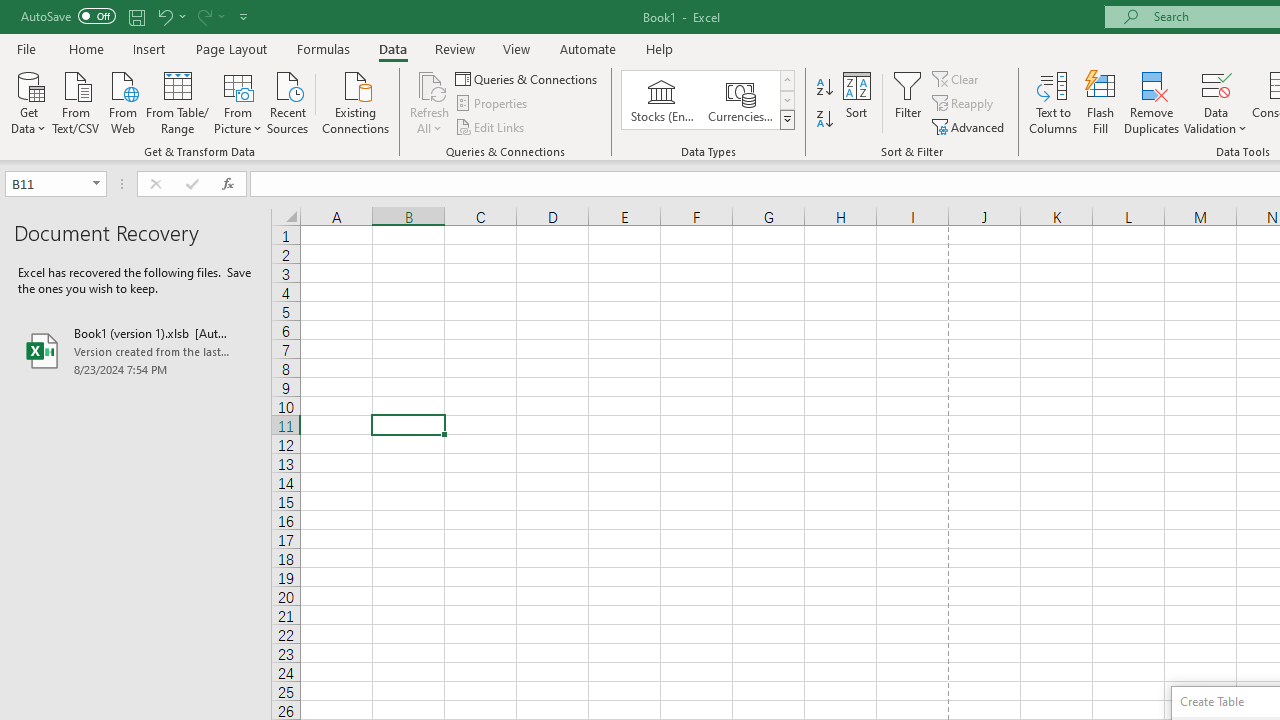 Image resolution: width=1280 pixels, height=720 pixels. I want to click on 'Text to Columns...', so click(1052, 103).